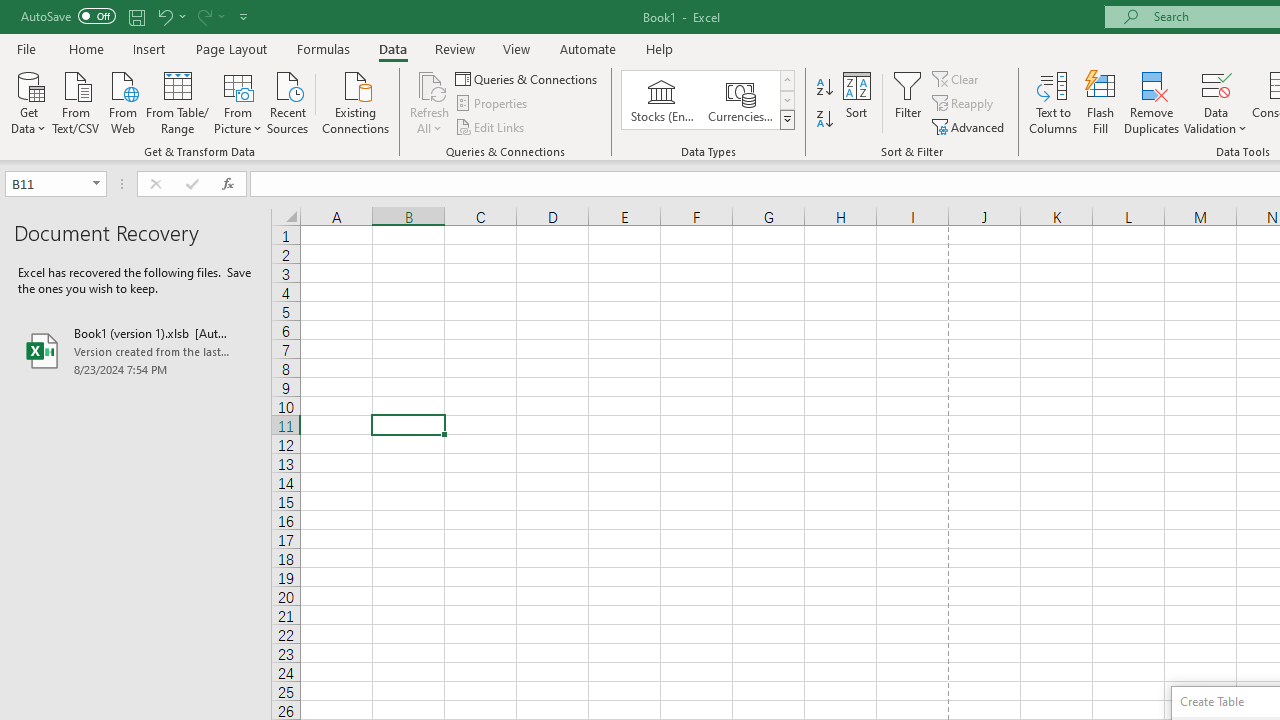 Image resolution: width=1280 pixels, height=720 pixels. I want to click on 'Text to Columns...', so click(1052, 103).